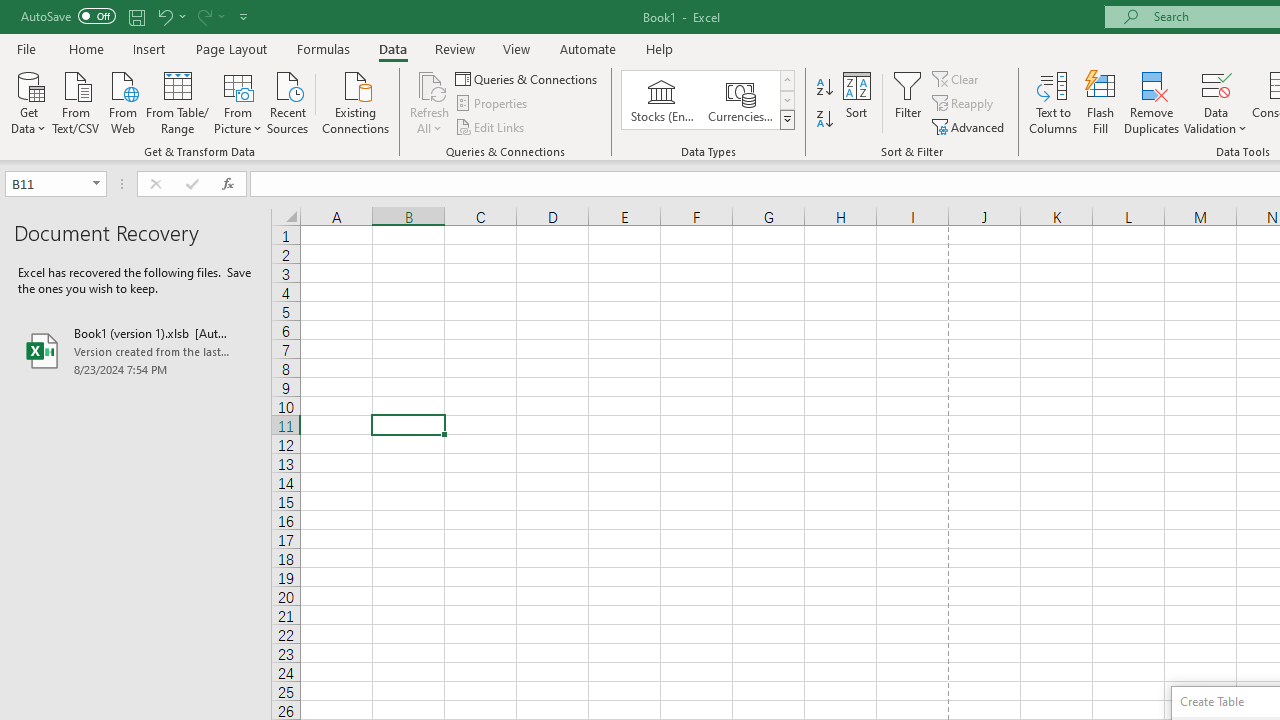 Image resolution: width=1280 pixels, height=720 pixels. I want to click on 'Text to Columns...', so click(1052, 103).